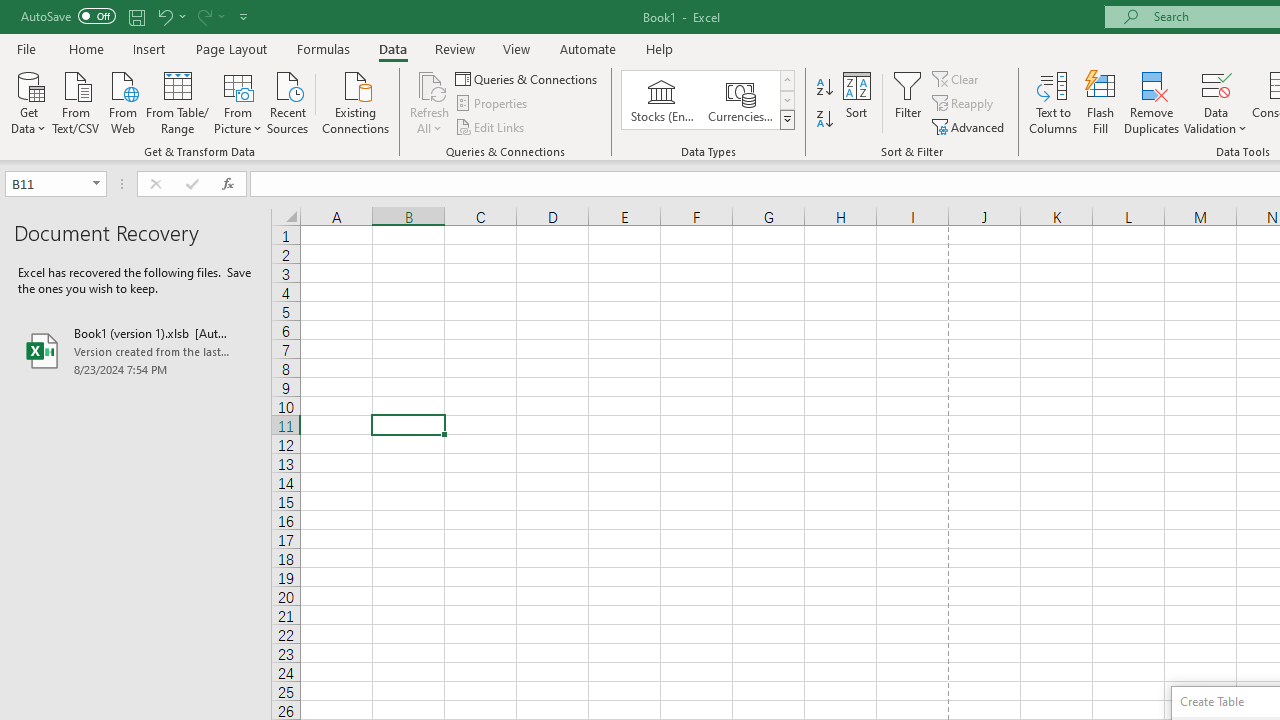 Image resolution: width=1280 pixels, height=720 pixels. I want to click on 'Text to Columns...', so click(1052, 103).